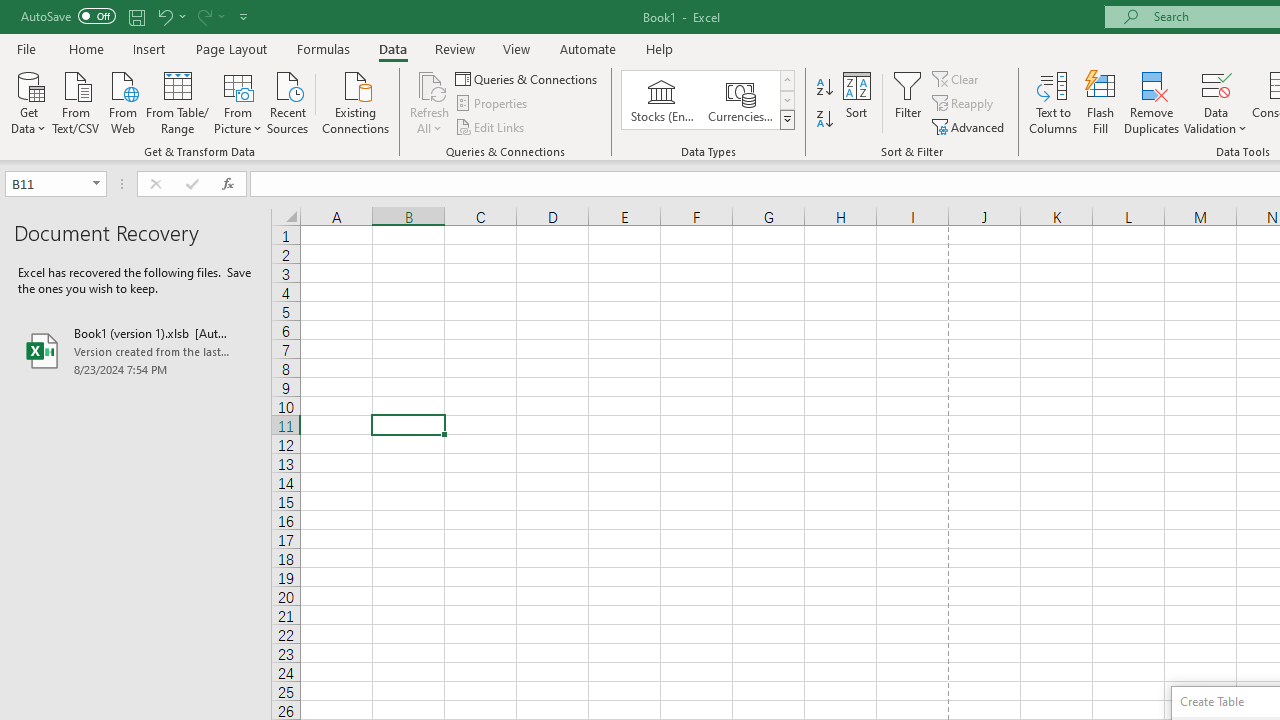 Image resolution: width=1280 pixels, height=720 pixels. I want to click on 'Text to Columns...', so click(1052, 103).